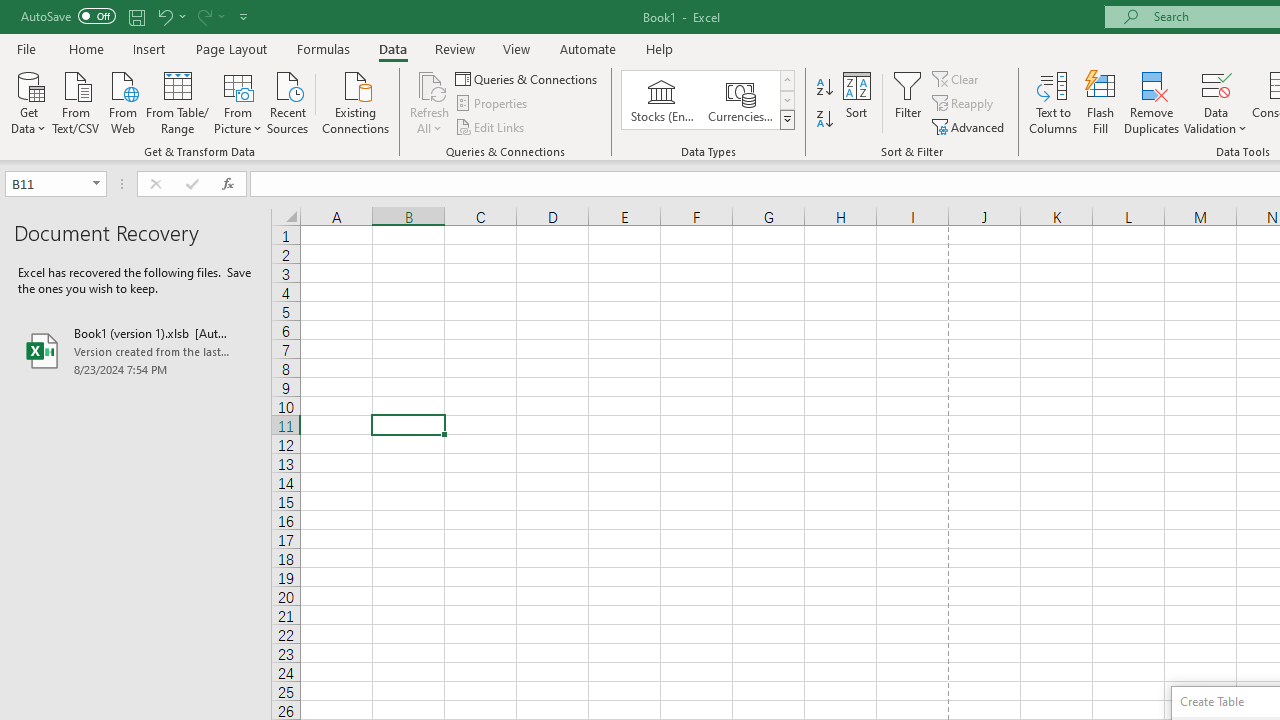 Image resolution: width=1280 pixels, height=720 pixels. I want to click on 'Text to Columns...', so click(1052, 103).